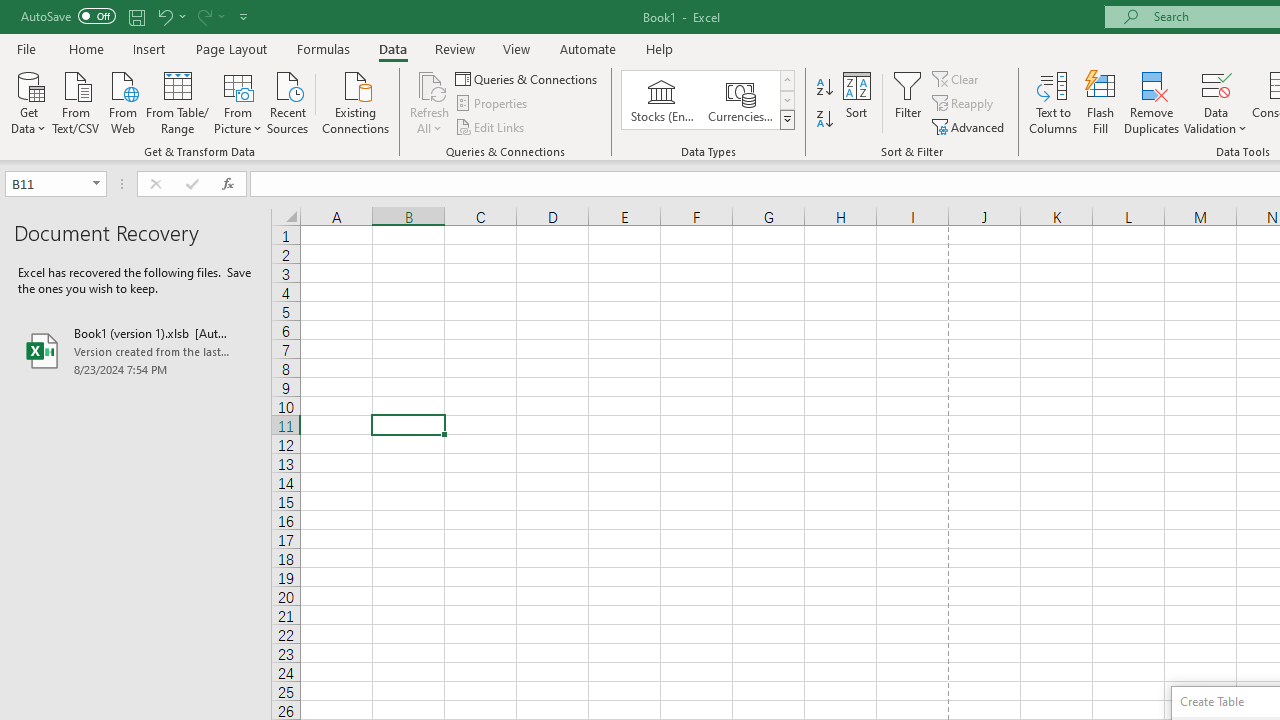 Image resolution: width=1280 pixels, height=720 pixels. I want to click on 'Text to Columns...', so click(1052, 103).